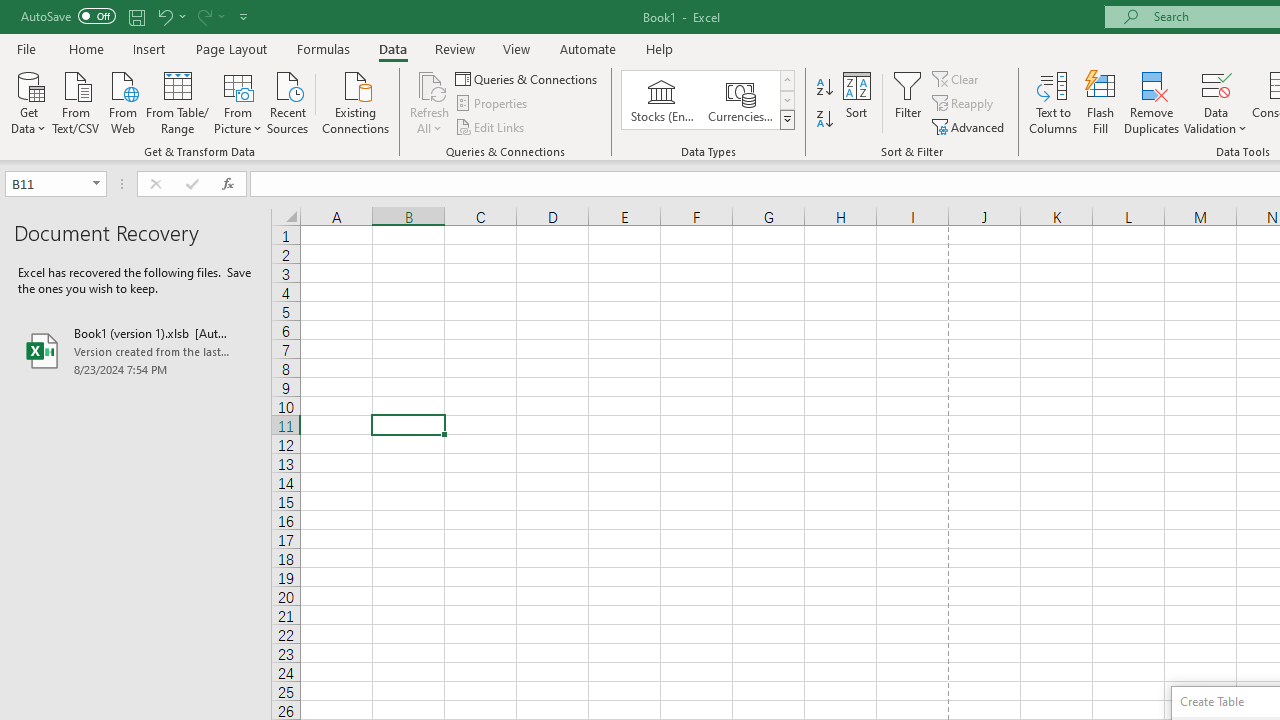 Image resolution: width=1280 pixels, height=720 pixels. I want to click on 'Text to Columns...', so click(1052, 103).